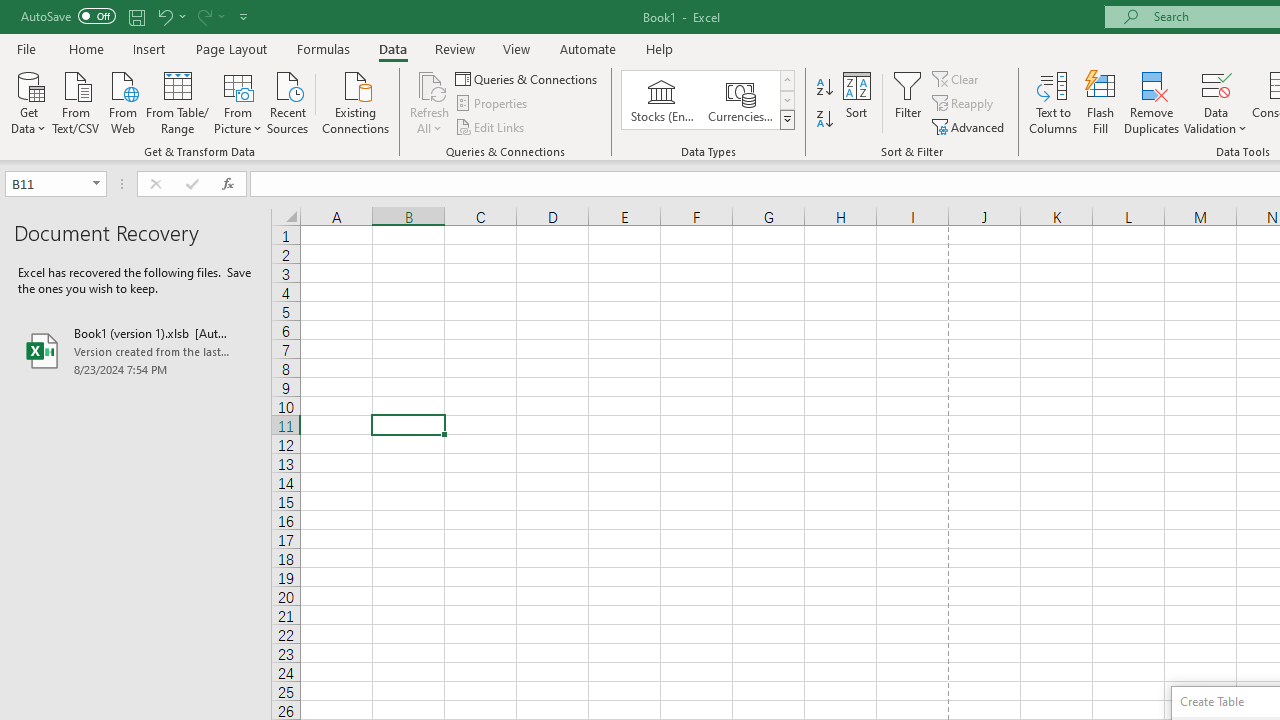 Image resolution: width=1280 pixels, height=720 pixels. I want to click on 'Text to Columns...', so click(1052, 103).